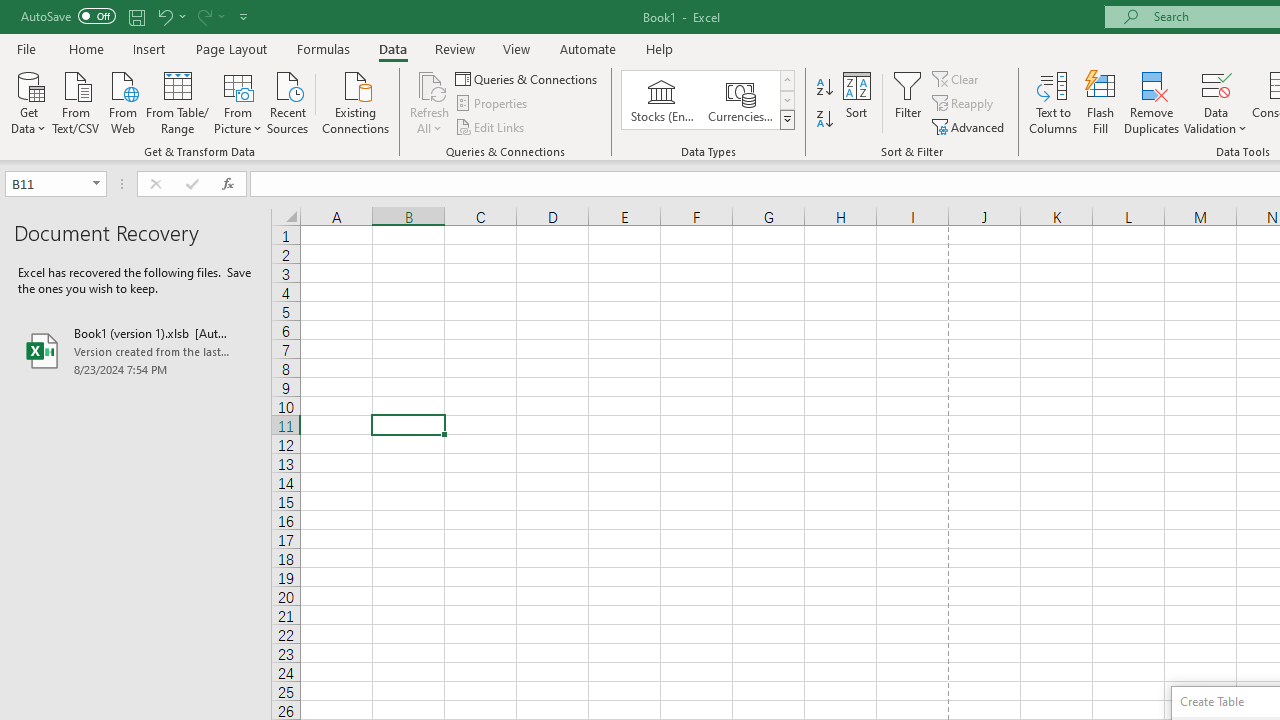 Image resolution: width=1280 pixels, height=720 pixels. I want to click on 'Text to Columns...', so click(1052, 103).